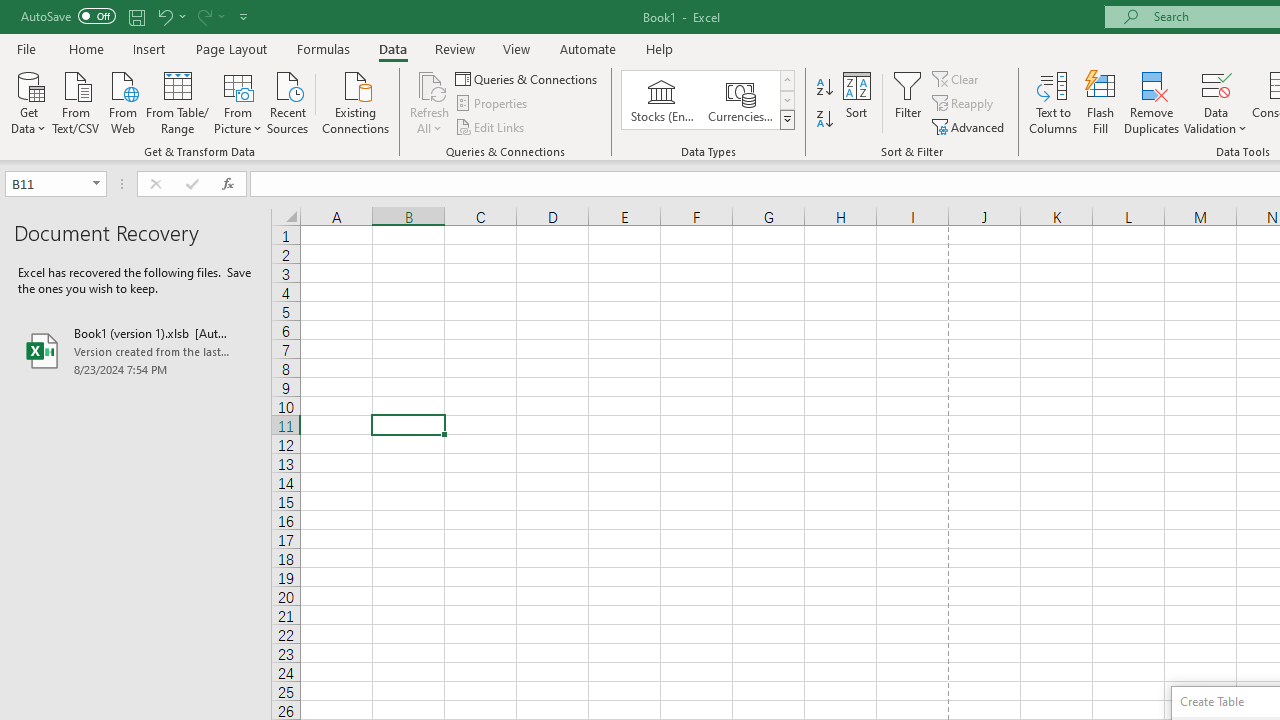 Image resolution: width=1280 pixels, height=720 pixels. I want to click on 'Text to Columns...', so click(1052, 103).